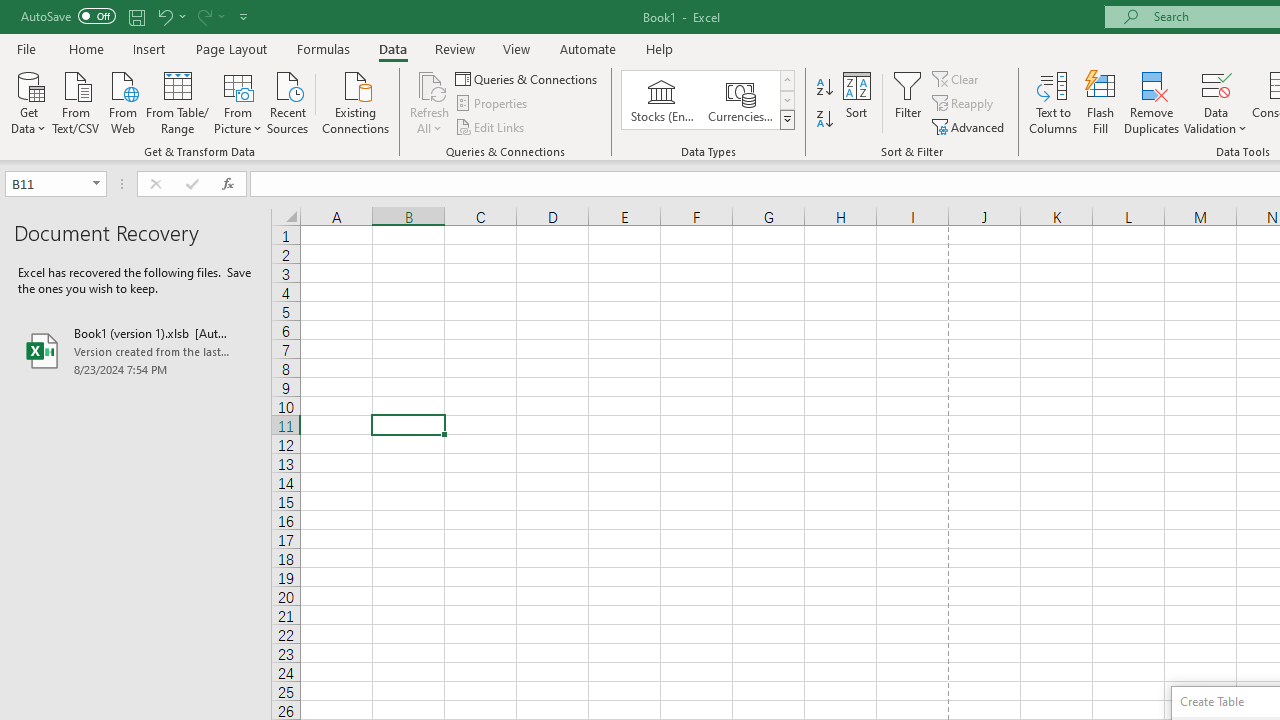 Image resolution: width=1280 pixels, height=720 pixels. I want to click on 'Text to Columns...', so click(1052, 103).